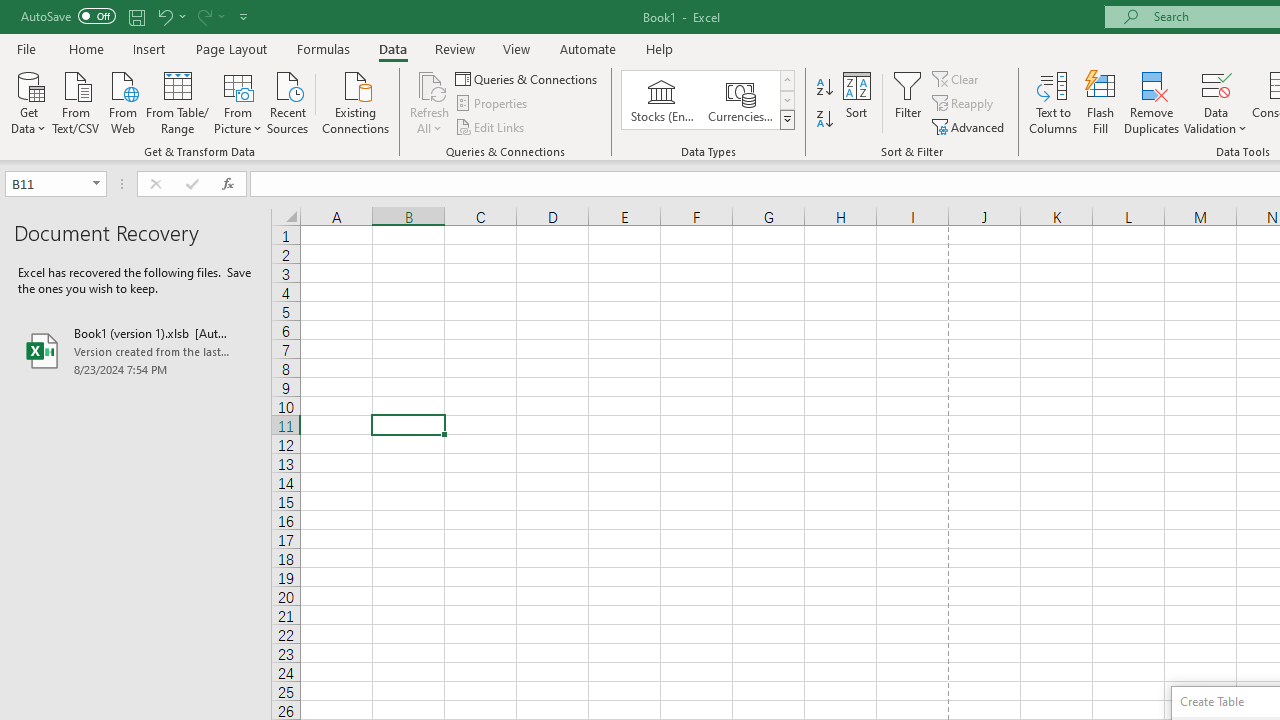 Image resolution: width=1280 pixels, height=720 pixels. I want to click on 'Text to Columns...', so click(1052, 103).